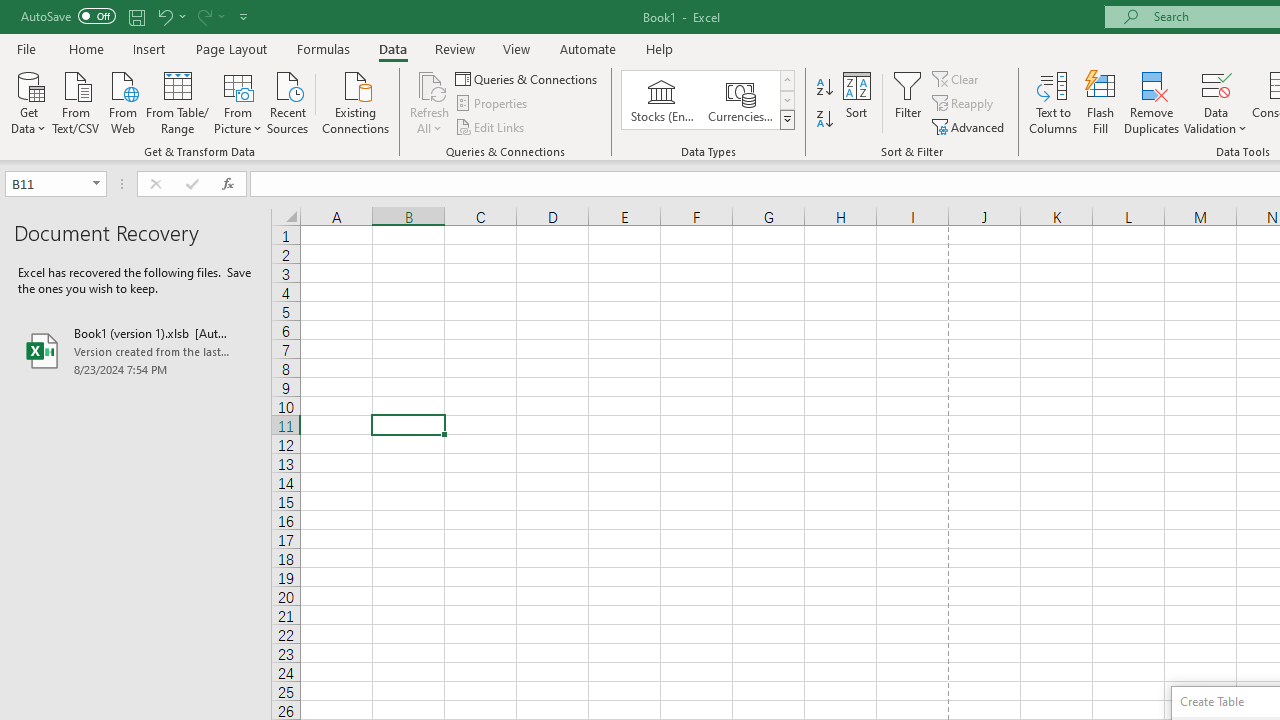 Image resolution: width=1280 pixels, height=720 pixels. I want to click on 'Text to Columns...', so click(1052, 103).